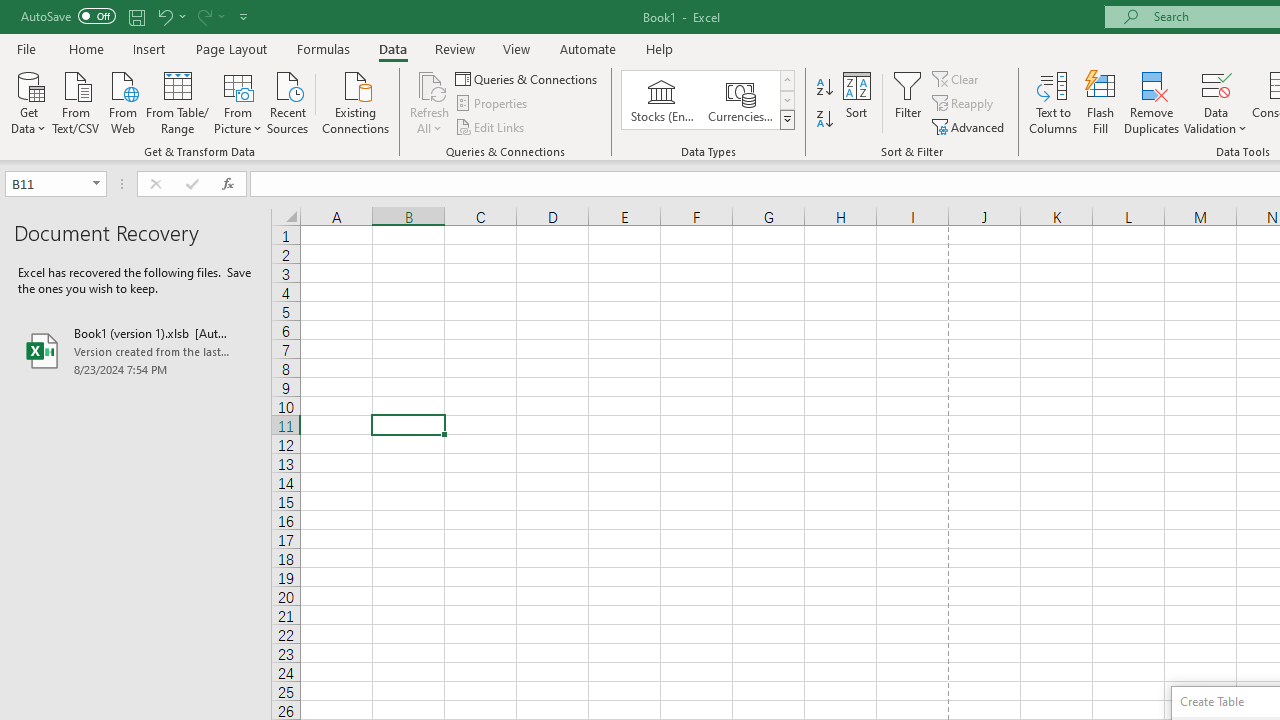 Image resolution: width=1280 pixels, height=720 pixels. I want to click on 'Text to Columns...', so click(1052, 103).